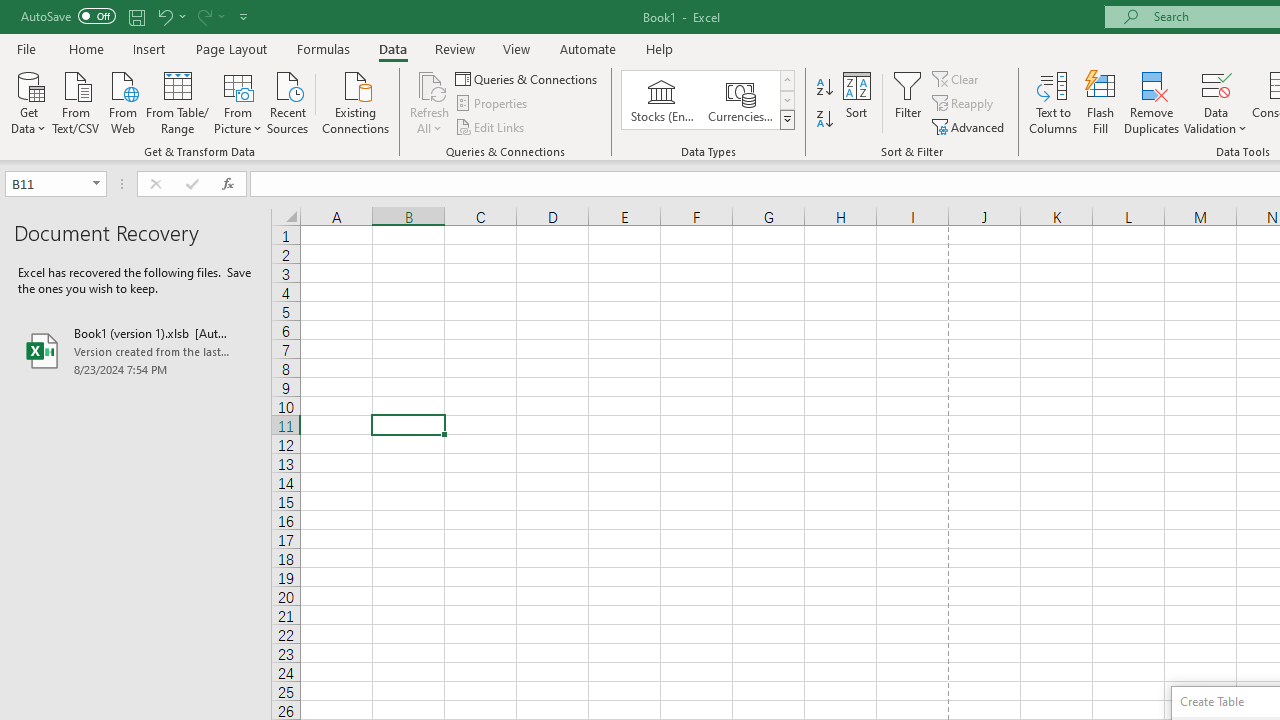 Image resolution: width=1280 pixels, height=720 pixels. I want to click on 'Text to Columns...', so click(1052, 103).